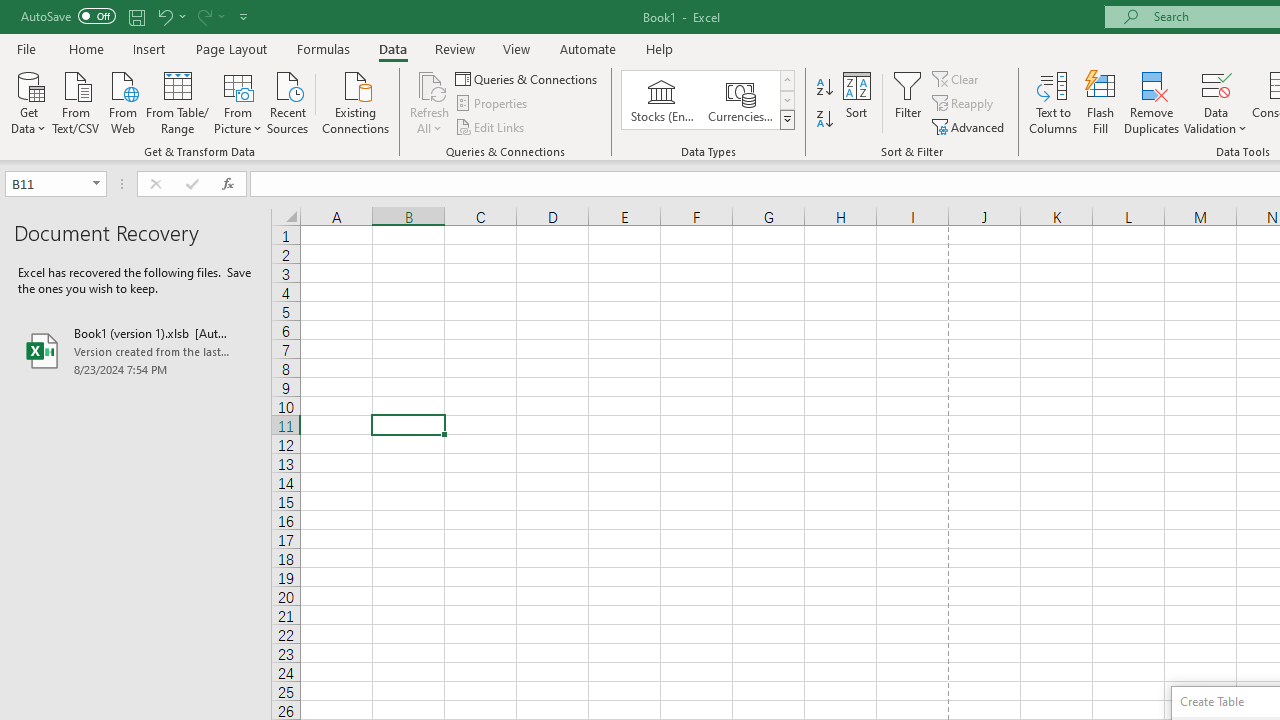 Image resolution: width=1280 pixels, height=720 pixels. I want to click on 'Text to Columns...', so click(1052, 103).